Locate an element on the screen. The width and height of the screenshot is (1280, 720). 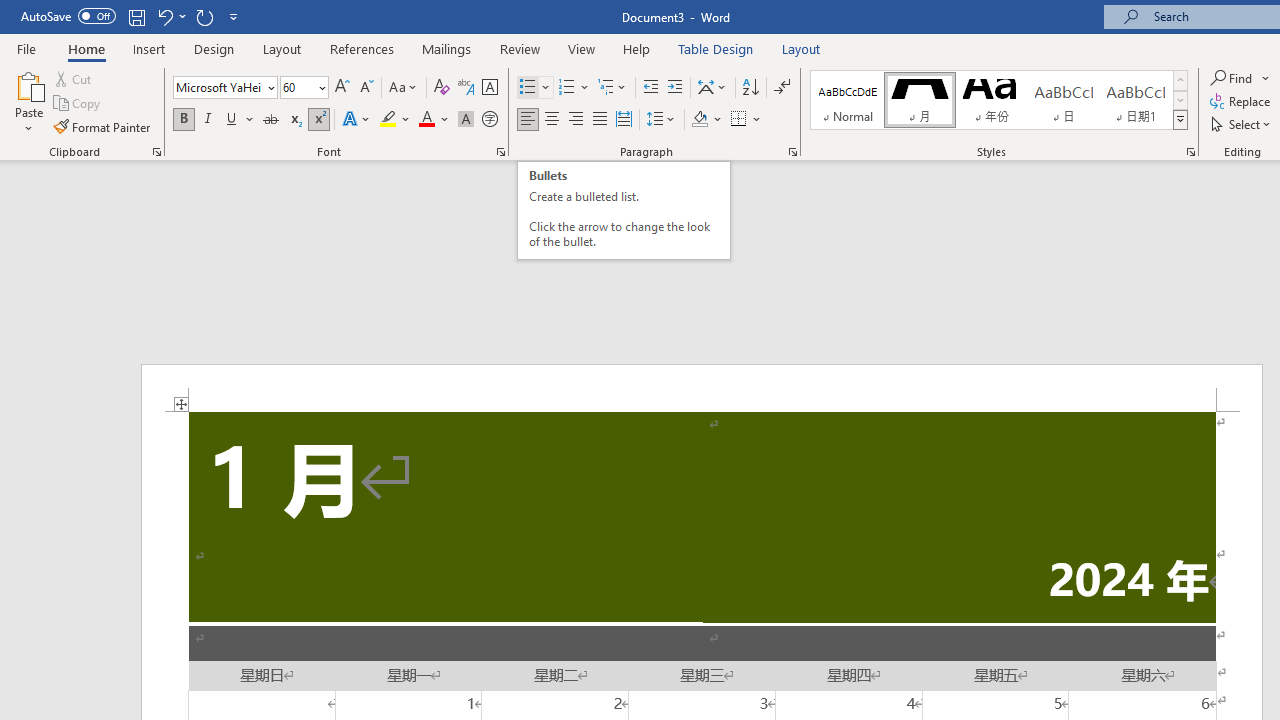
'Character Border' is located at coordinates (489, 86).